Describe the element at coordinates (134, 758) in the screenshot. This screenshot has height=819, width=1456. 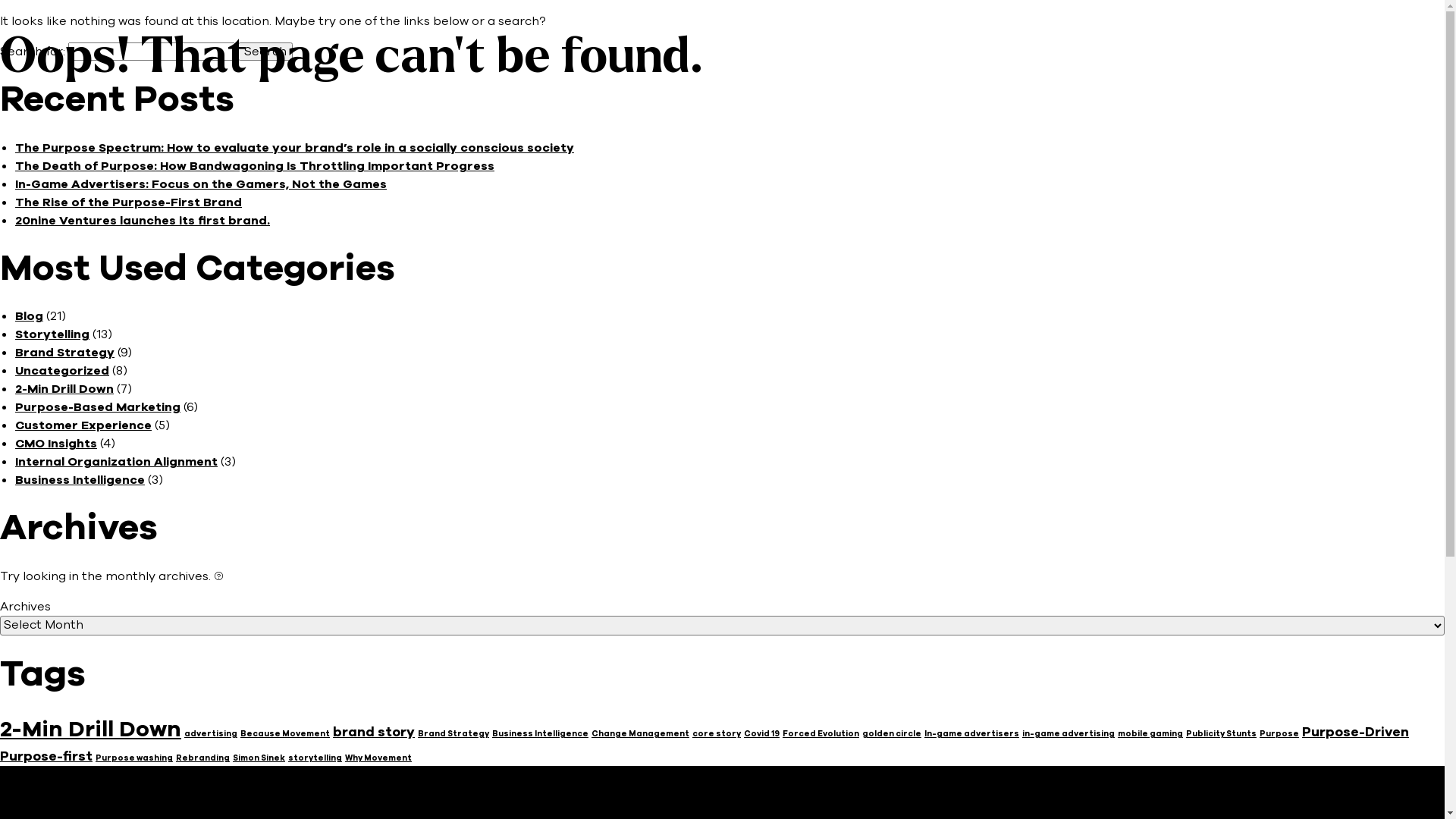
I see `'Purpose washing'` at that location.